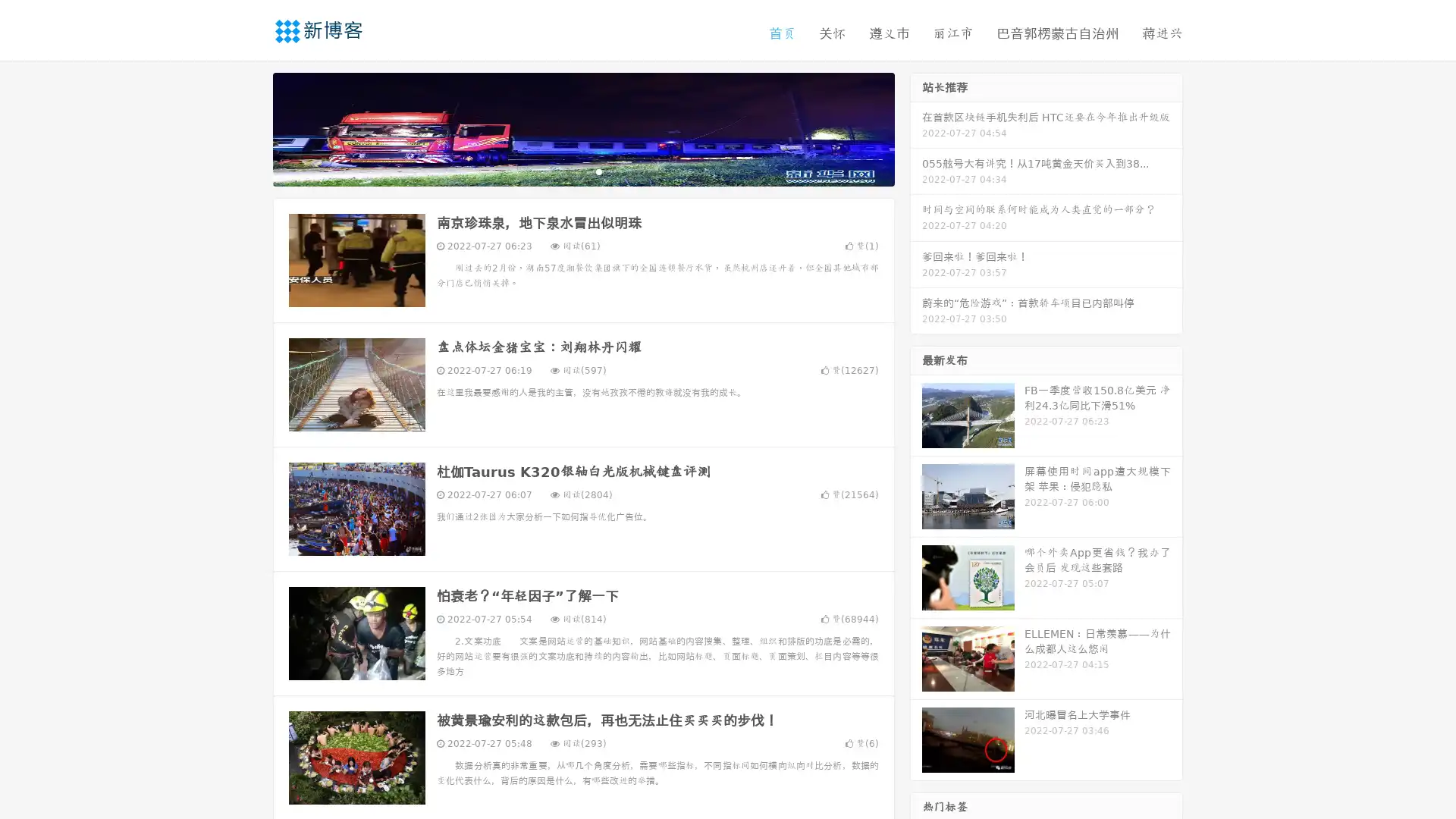  I want to click on Go to slide 2, so click(582, 171).